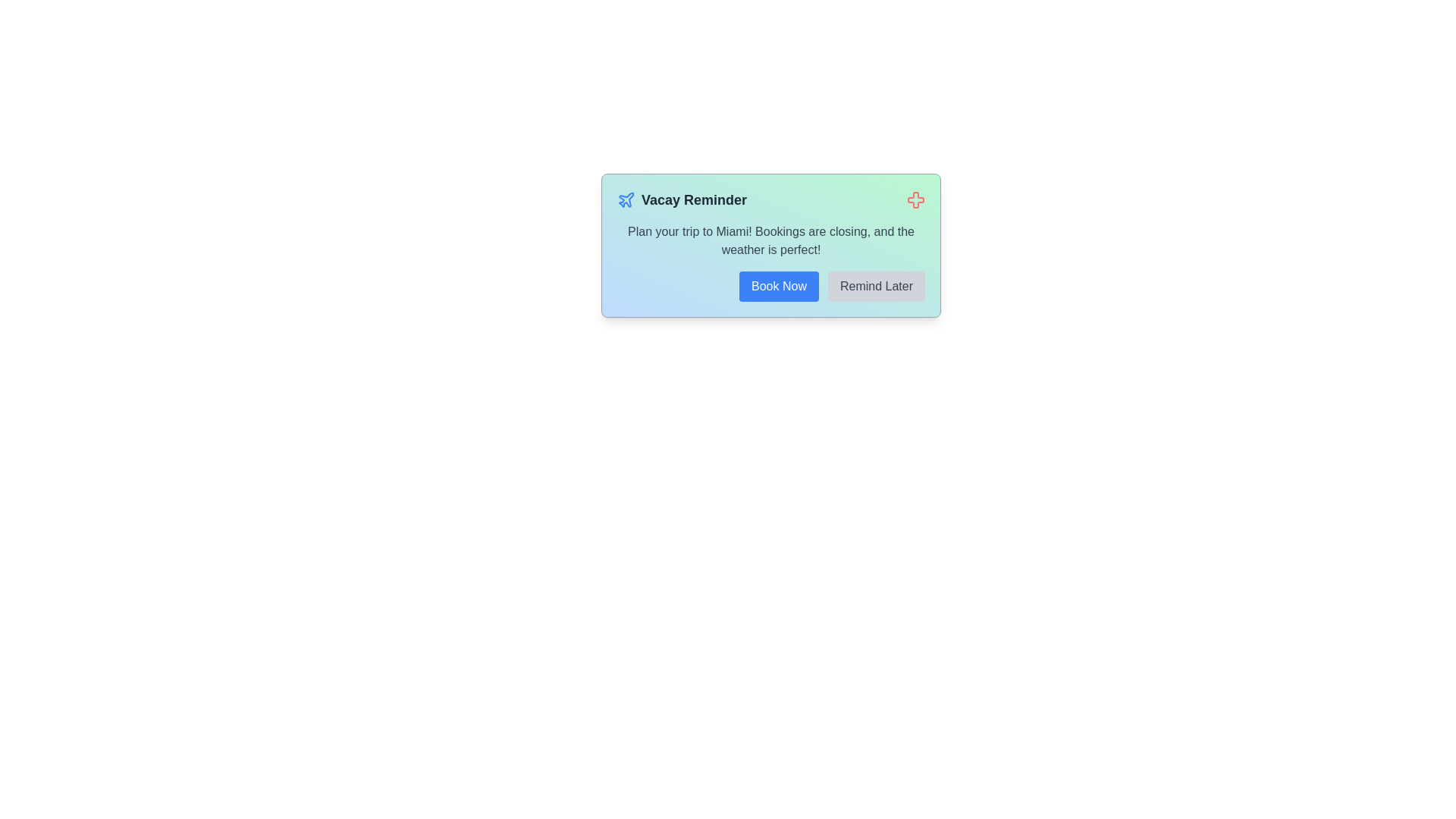 Image resolution: width=1456 pixels, height=819 pixels. What do you see at coordinates (626, 199) in the screenshot?
I see `the plane icon located at the top-right corner of the reminder card, near the header text 'Vacay Reminder.'` at bounding box center [626, 199].